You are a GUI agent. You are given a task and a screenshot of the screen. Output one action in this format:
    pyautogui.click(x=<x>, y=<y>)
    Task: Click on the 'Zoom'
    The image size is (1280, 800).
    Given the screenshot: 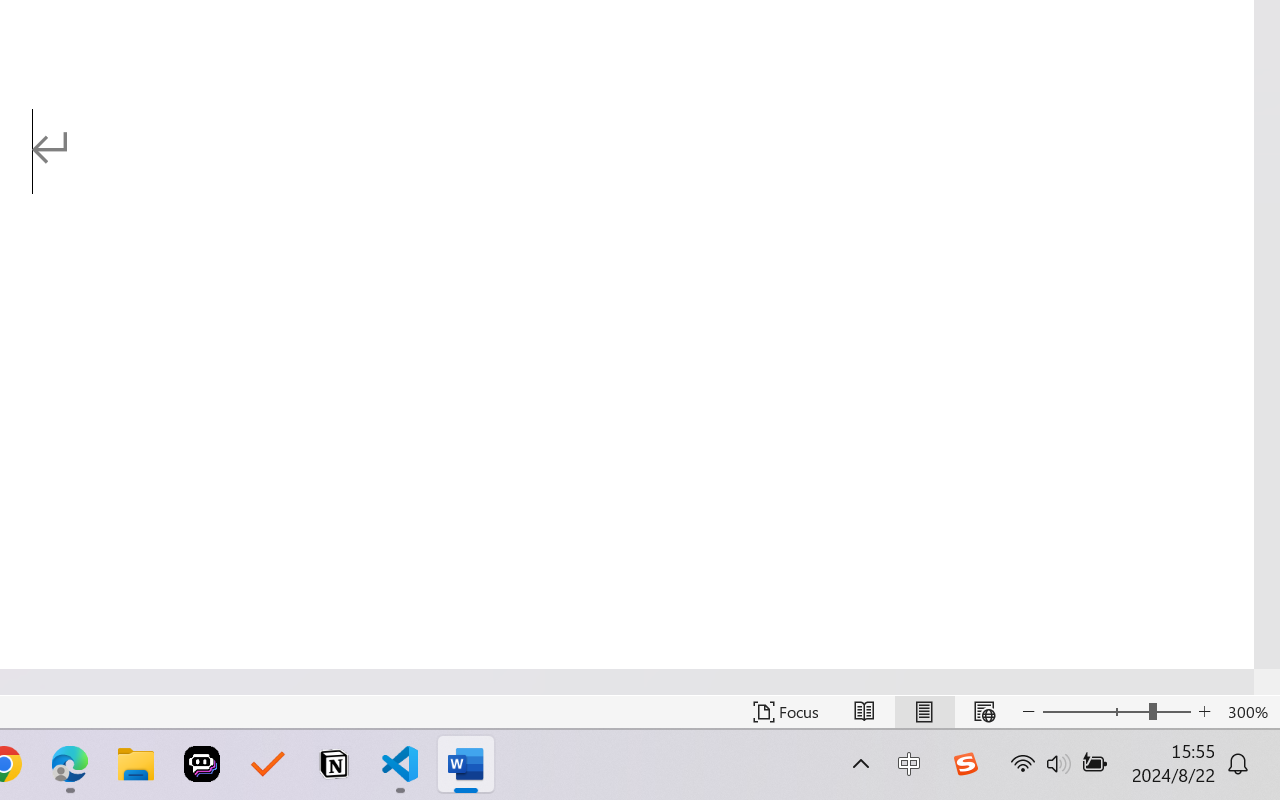 What is the action you would take?
    pyautogui.click(x=1115, y=711)
    